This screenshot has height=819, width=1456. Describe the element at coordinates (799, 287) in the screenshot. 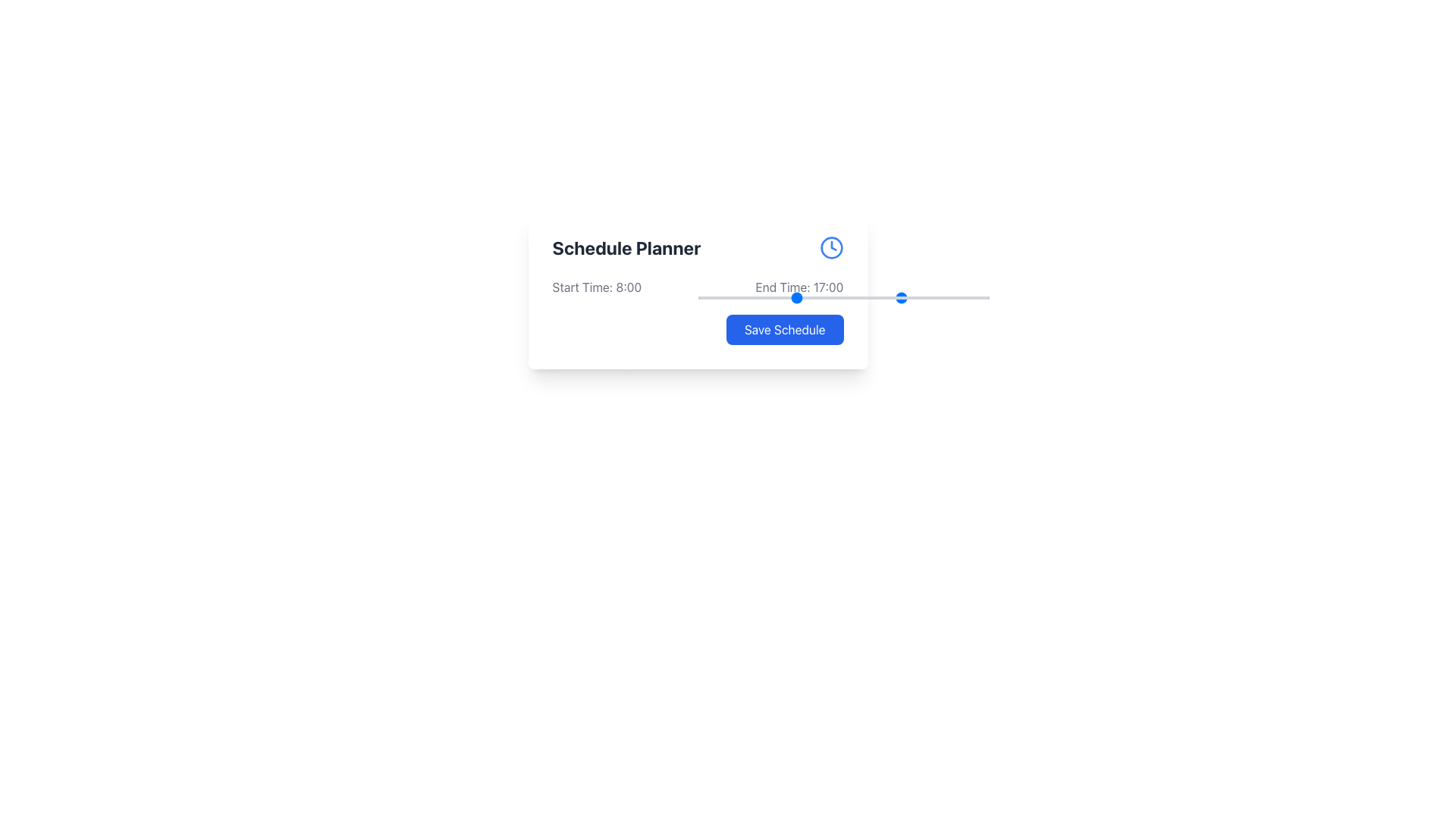

I see `the Text Label displaying the end time for a scheduled event` at that location.